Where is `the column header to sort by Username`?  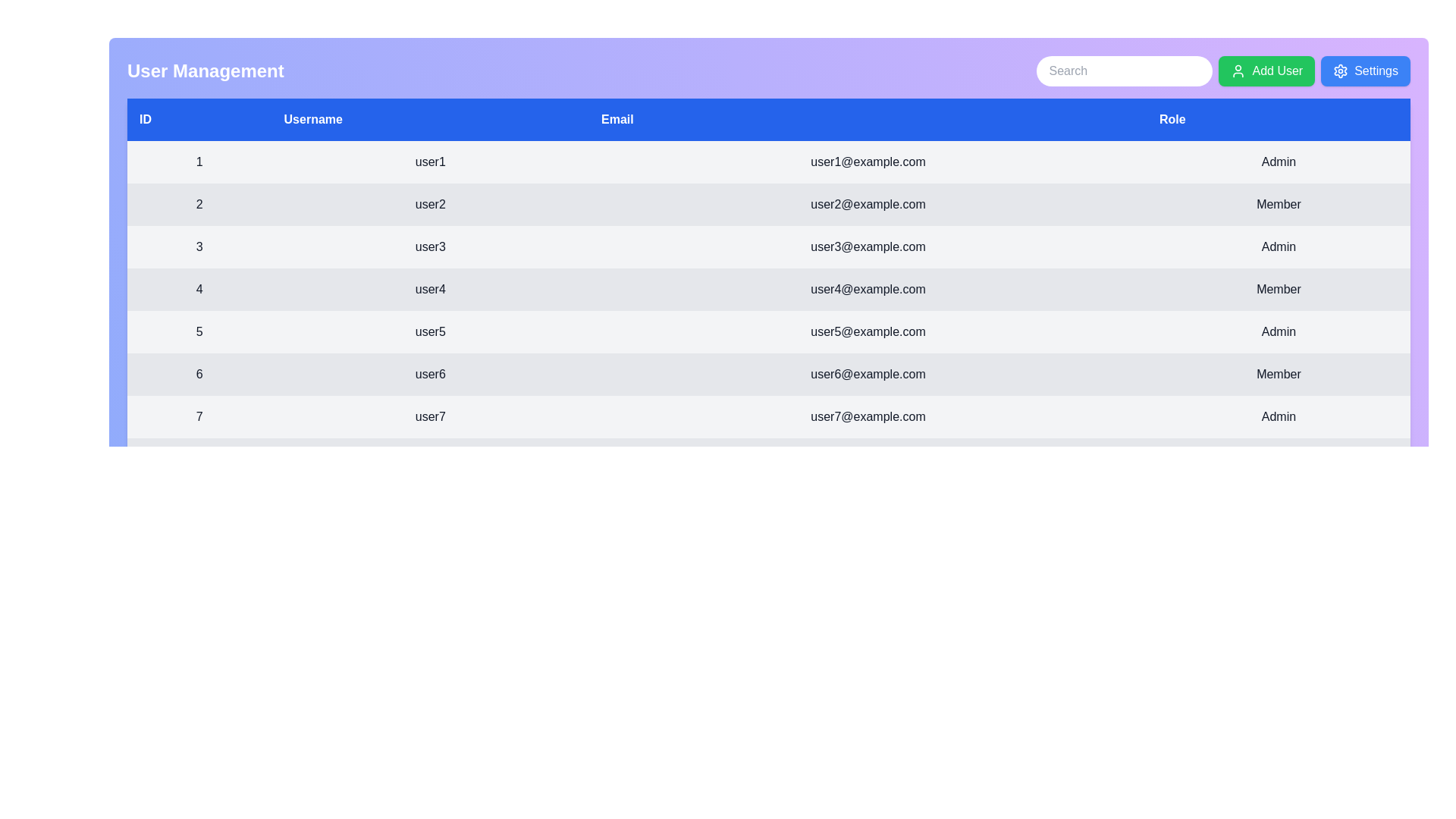
the column header to sort by Username is located at coordinates (428, 119).